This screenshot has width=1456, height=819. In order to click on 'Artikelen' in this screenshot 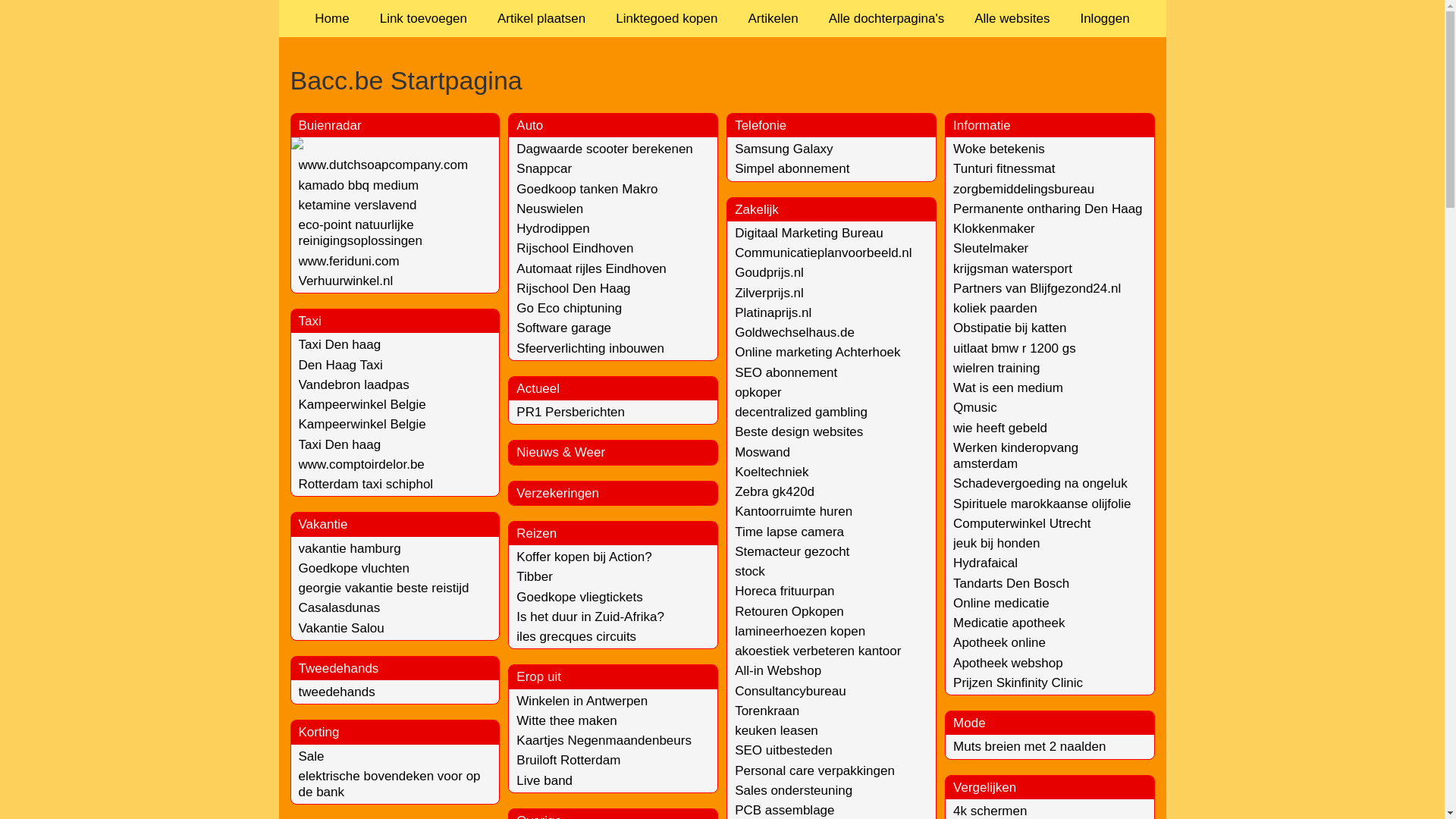, I will do `click(732, 18)`.